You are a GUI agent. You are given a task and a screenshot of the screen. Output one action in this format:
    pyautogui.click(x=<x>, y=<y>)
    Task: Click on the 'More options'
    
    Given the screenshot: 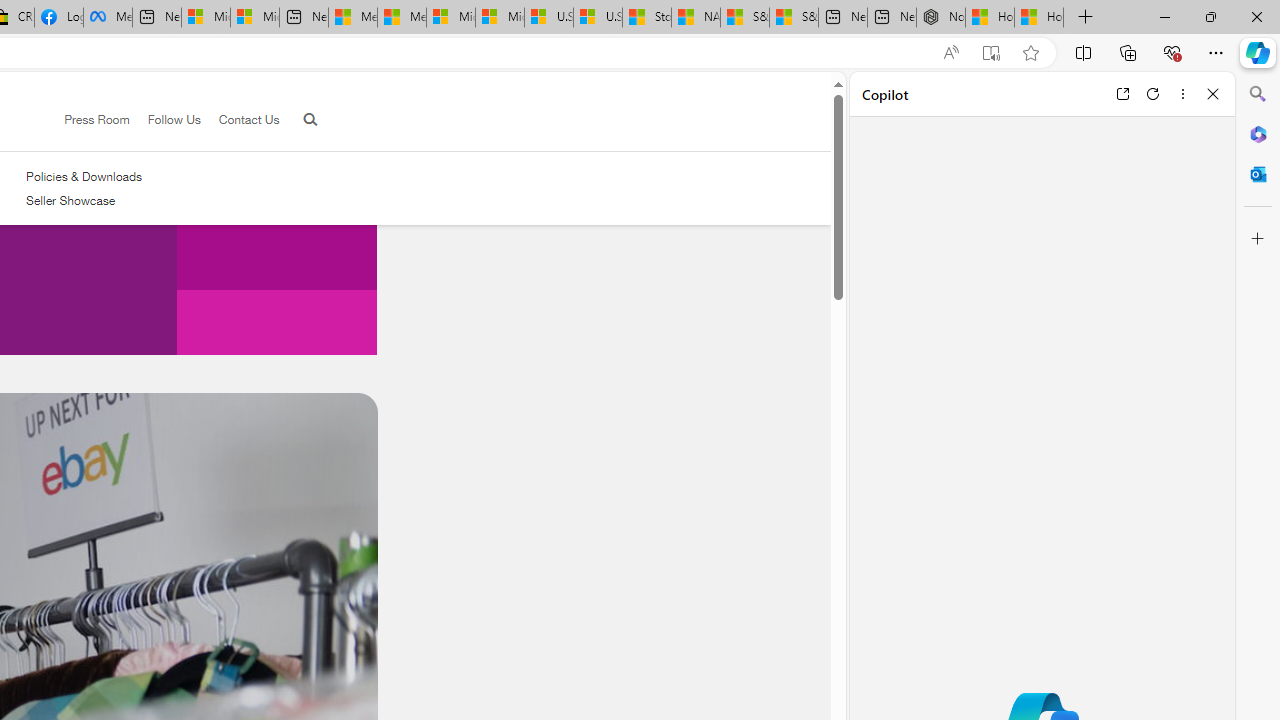 What is the action you would take?
    pyautogui.click(x=1182, y=93)
    